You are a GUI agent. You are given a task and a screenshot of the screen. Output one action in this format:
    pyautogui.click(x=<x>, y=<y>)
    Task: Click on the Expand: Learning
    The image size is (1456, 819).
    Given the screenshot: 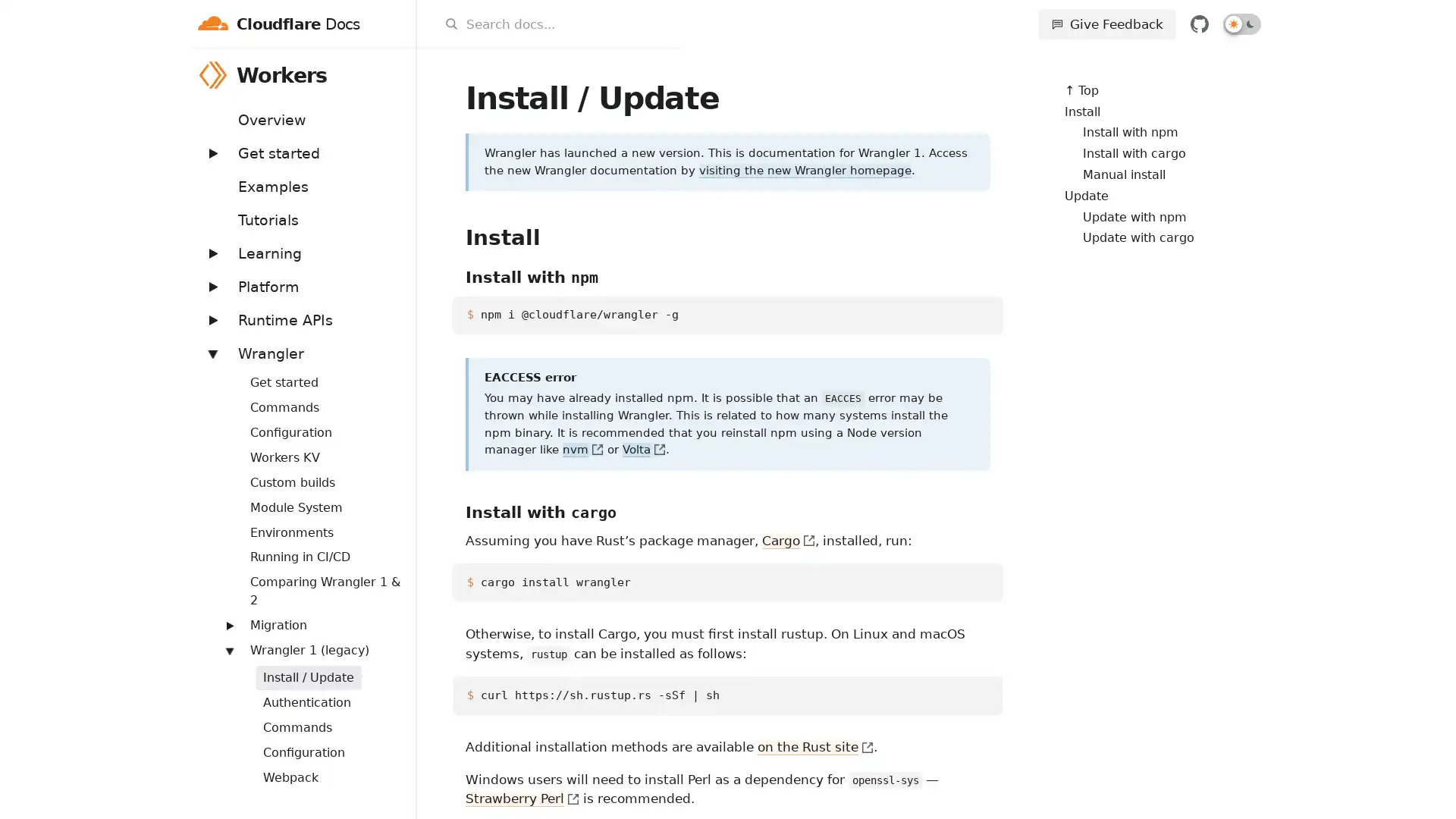 What is the action you would take?
    pyautogui.click(x=211, y=252)
    